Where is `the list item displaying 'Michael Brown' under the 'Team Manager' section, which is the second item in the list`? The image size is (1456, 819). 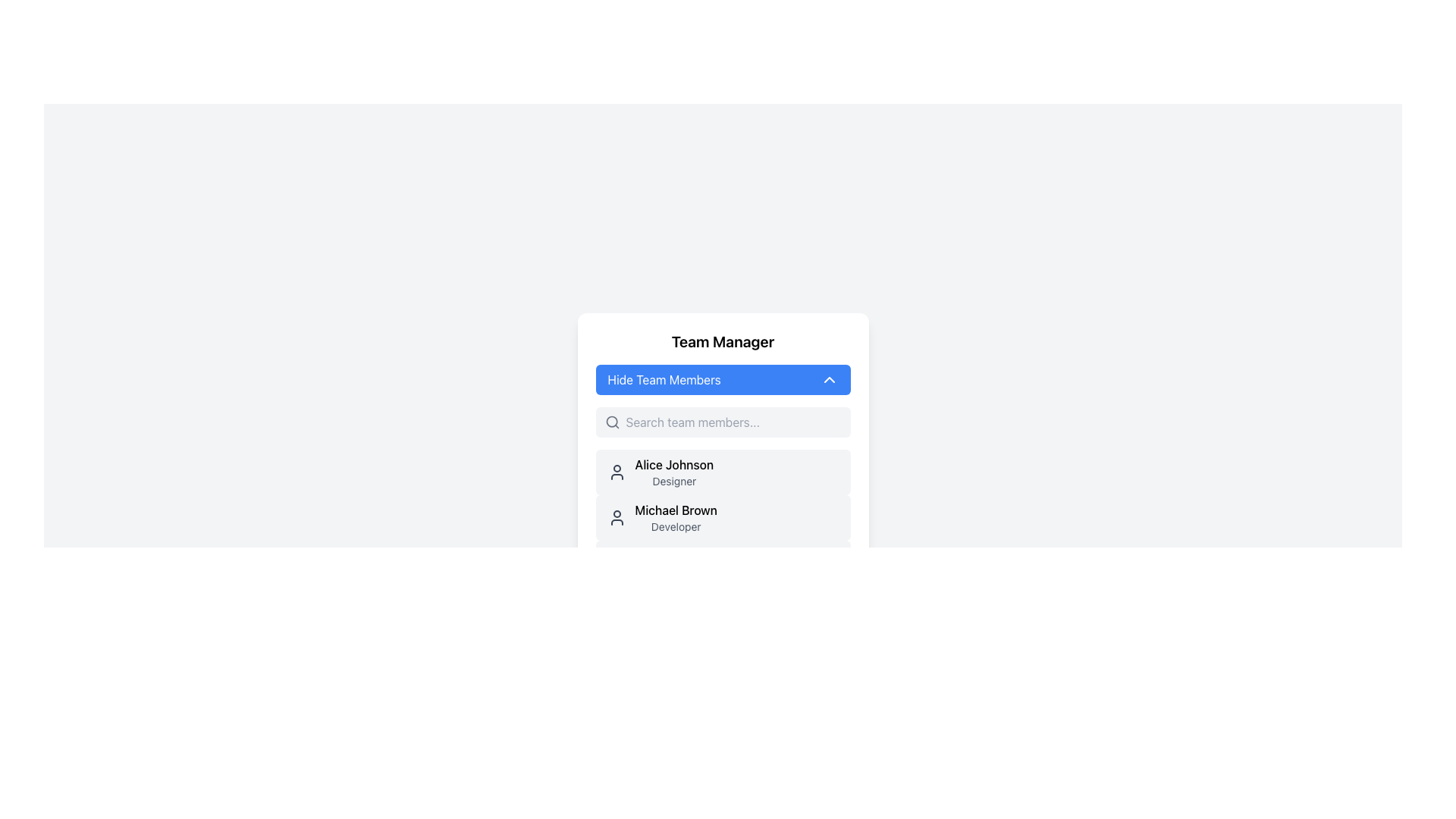
the list item displaying 'Michael Brown' under the 'Team Manager' section, which is the second item in the list is located at coordinates (675, 516).